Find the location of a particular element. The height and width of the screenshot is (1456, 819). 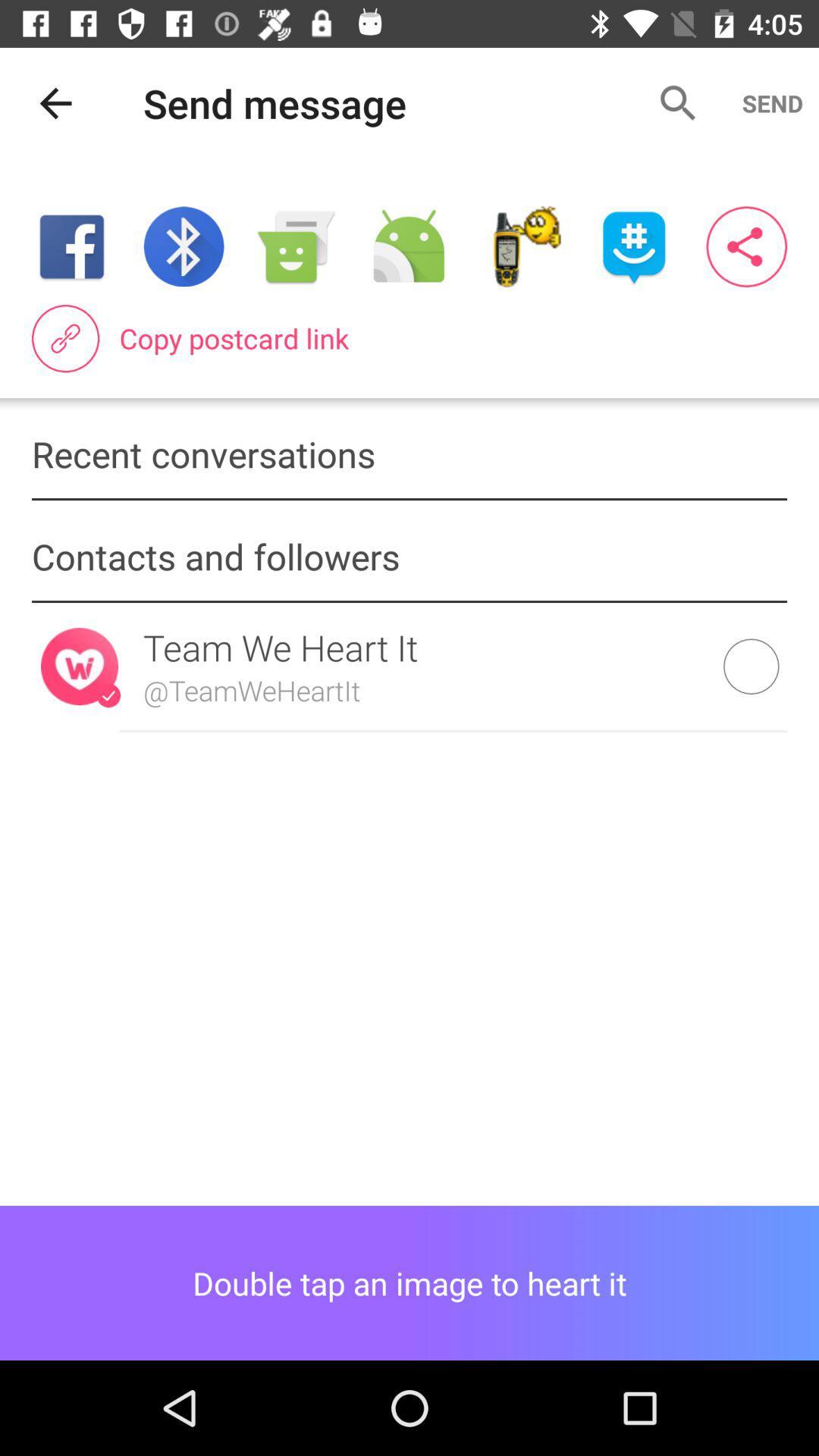

the bluetooth link is located at coordinates (183, 246).